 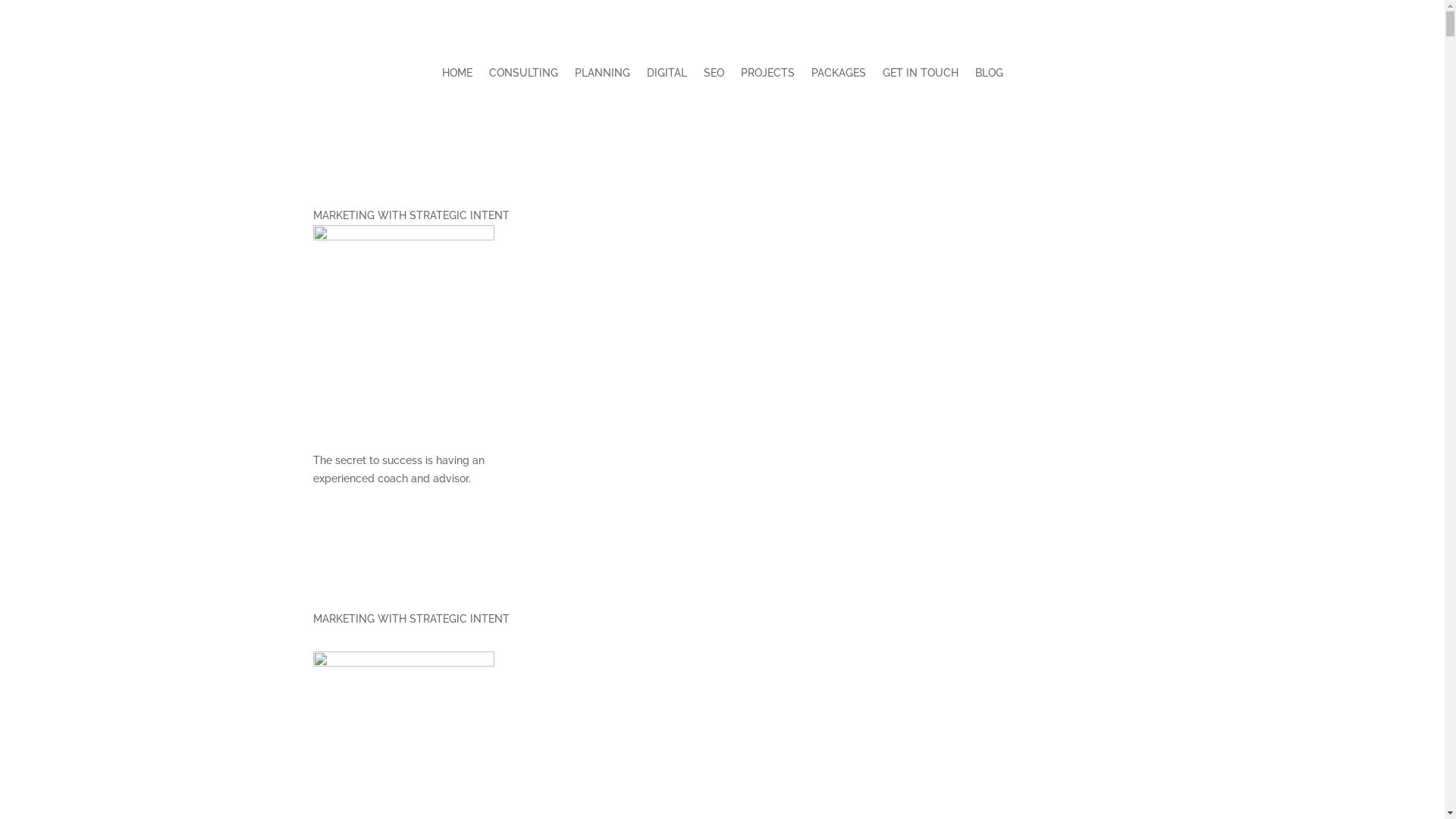 I want to click on 'PROJECTS', so click(x=767, y=76).